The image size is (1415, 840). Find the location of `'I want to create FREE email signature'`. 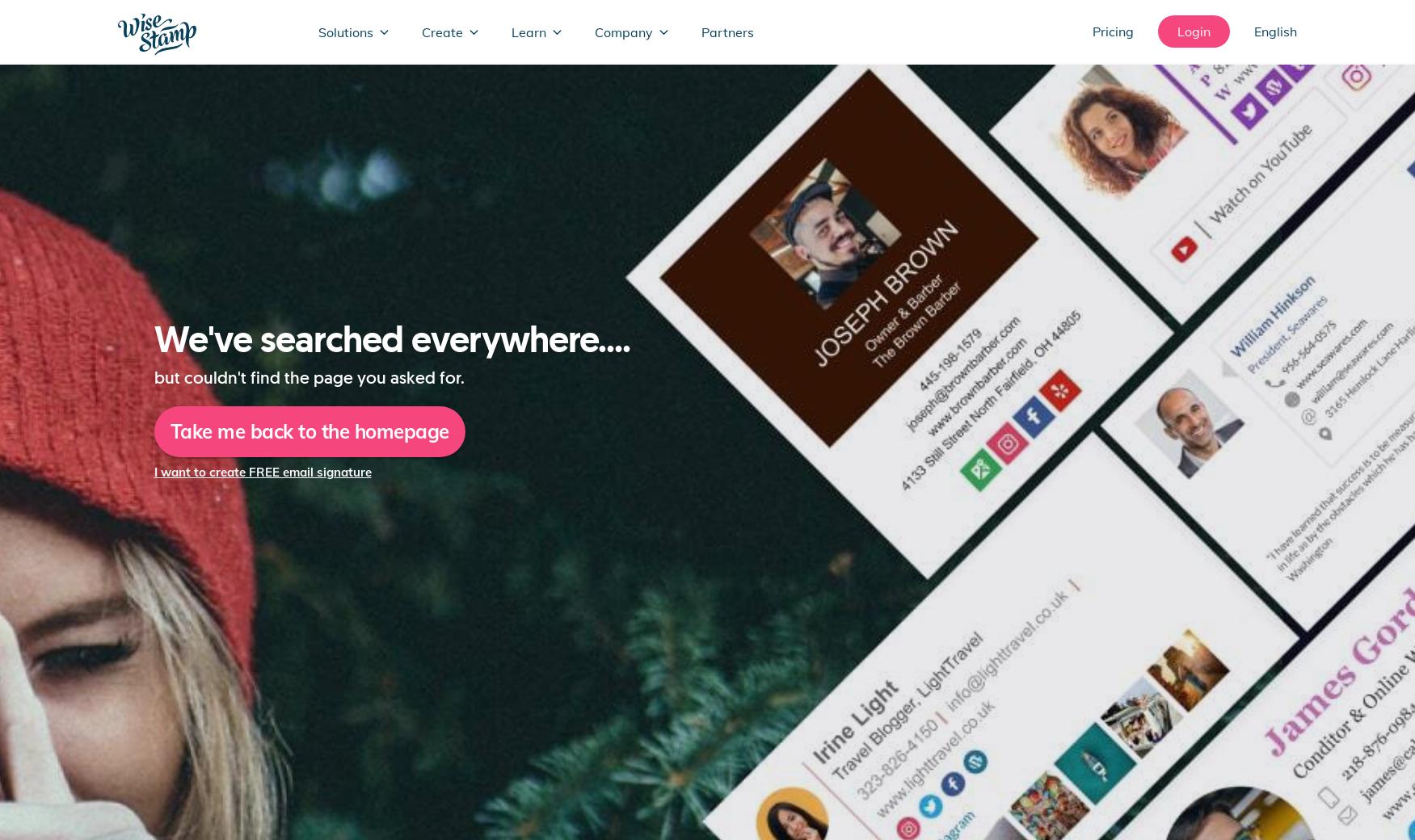

'I want to create FREE email signature' is located at coordinates (262, 471).